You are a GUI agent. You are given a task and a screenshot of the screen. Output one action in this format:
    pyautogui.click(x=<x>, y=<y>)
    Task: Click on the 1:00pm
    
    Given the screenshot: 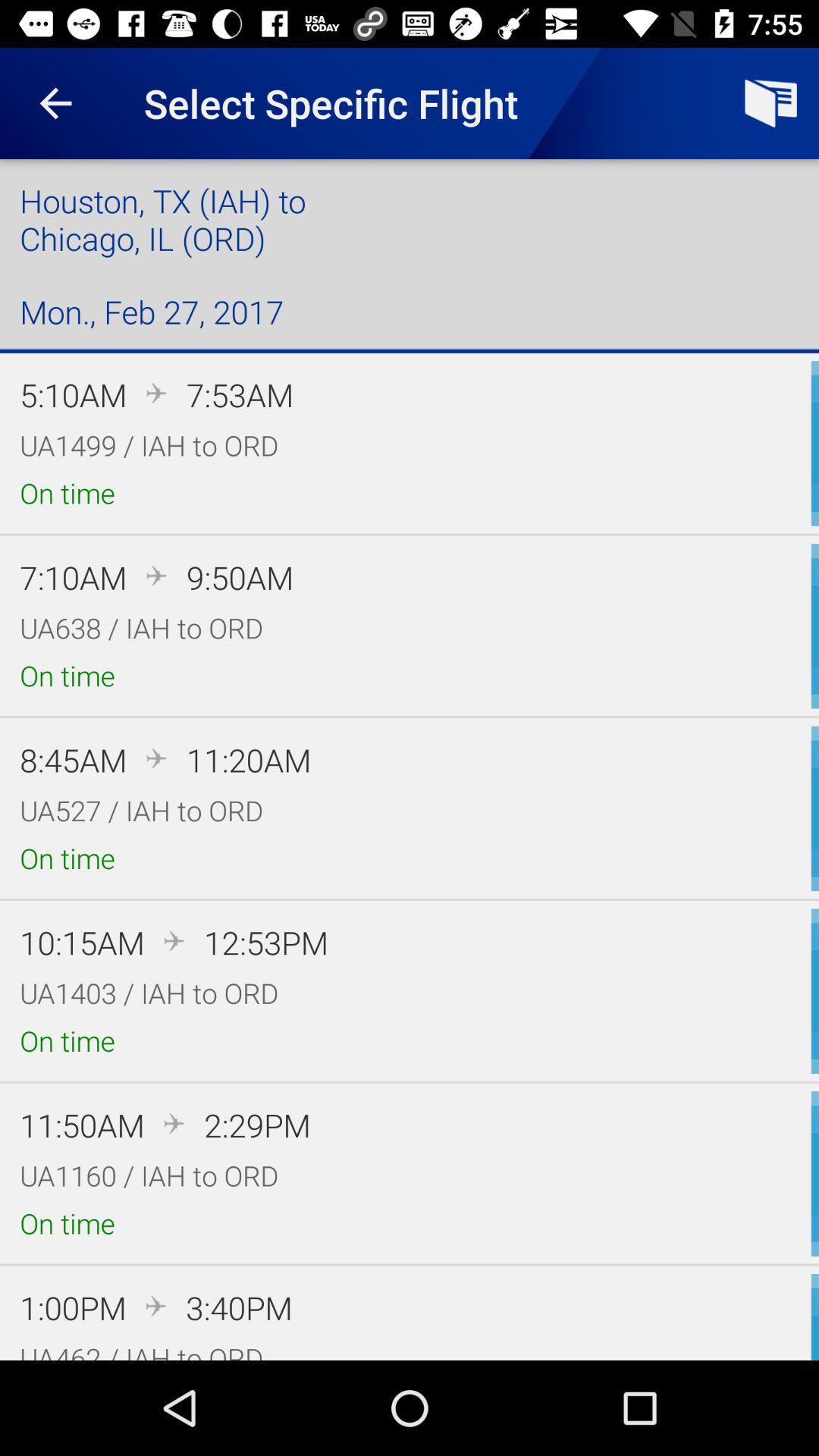 What is the action you would take?
    pyautogui.click(x=73, y=1307)
    